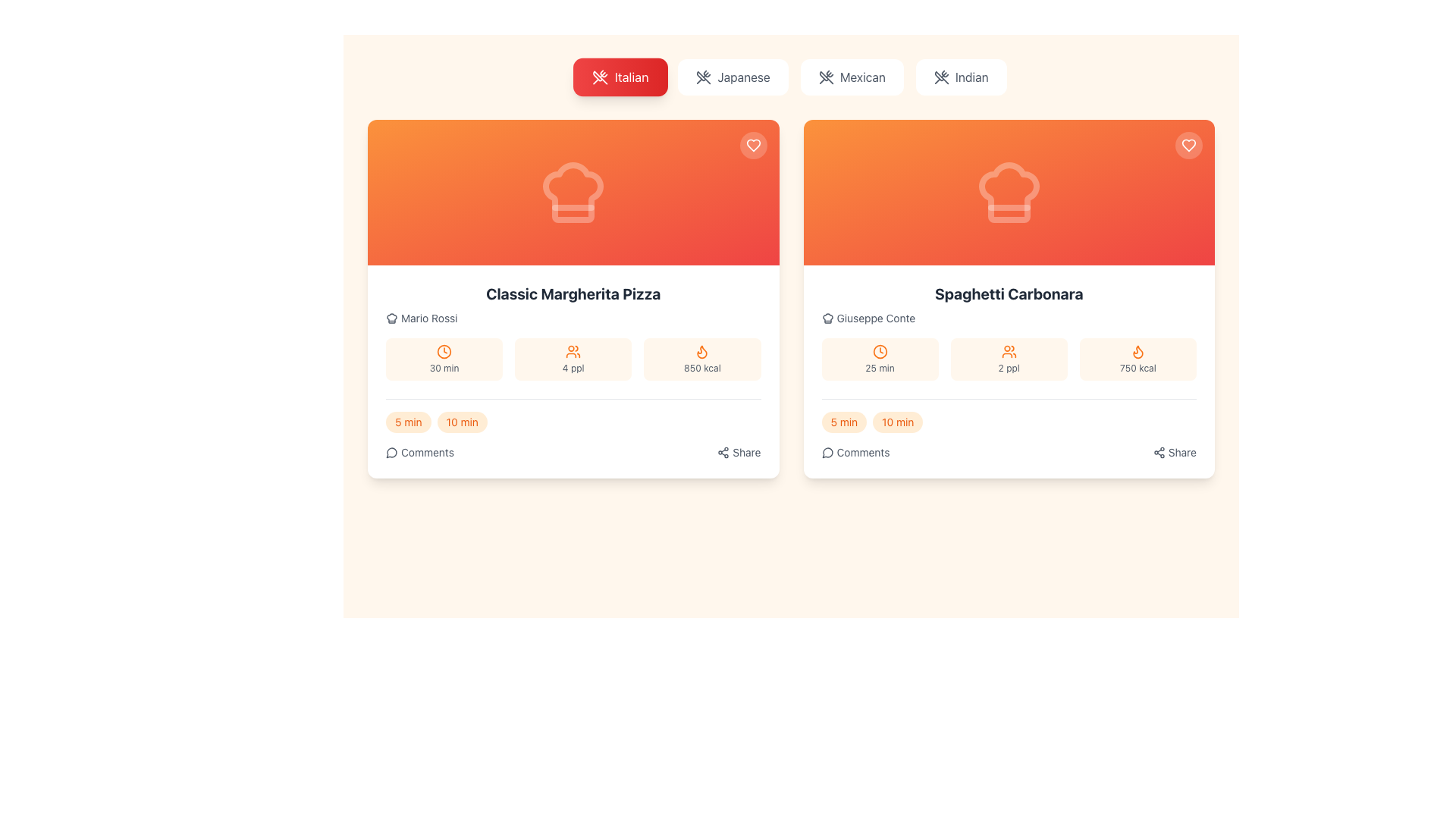 The image size is (1456, 819). I want to click on the second button in a horizontal line of four buttons that filters or selects Japanese cuisine-related content, so click(733, 77).